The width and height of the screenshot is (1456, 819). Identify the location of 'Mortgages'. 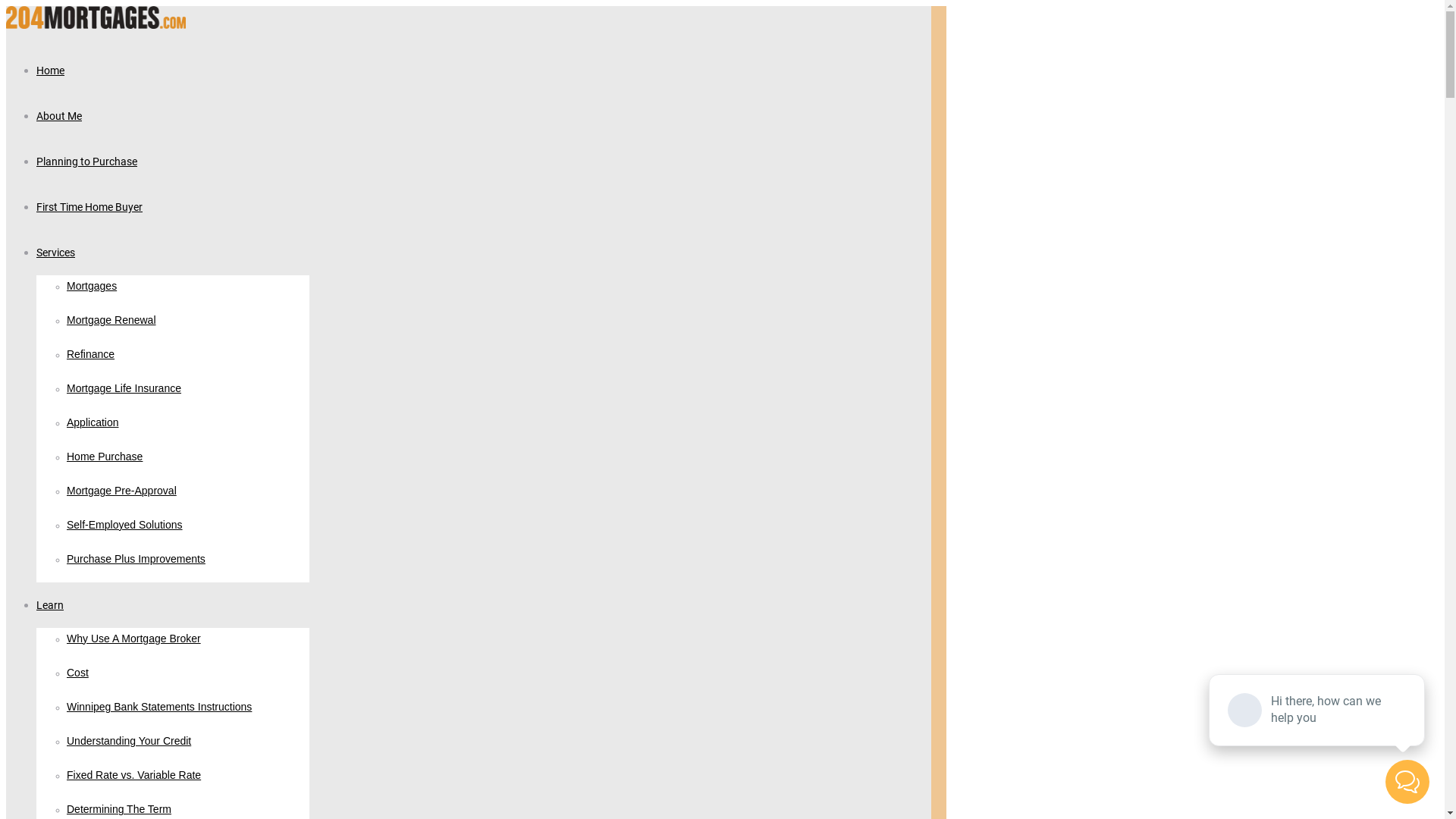
(90, 287).